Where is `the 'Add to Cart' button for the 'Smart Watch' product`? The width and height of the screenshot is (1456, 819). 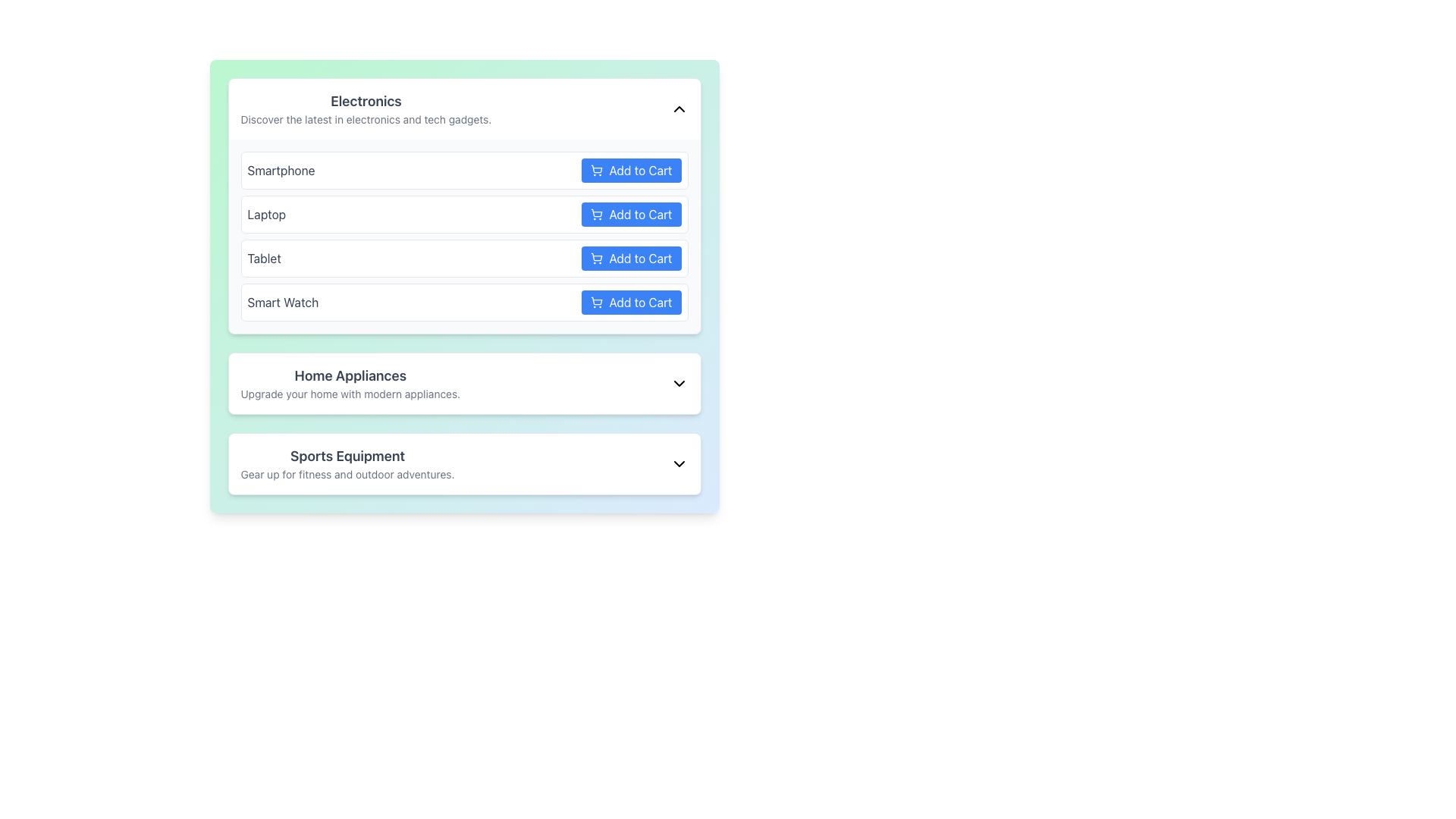
the 'Add to Cart' button for the 'Smart Watch' product is located at coordinates (631, 302).